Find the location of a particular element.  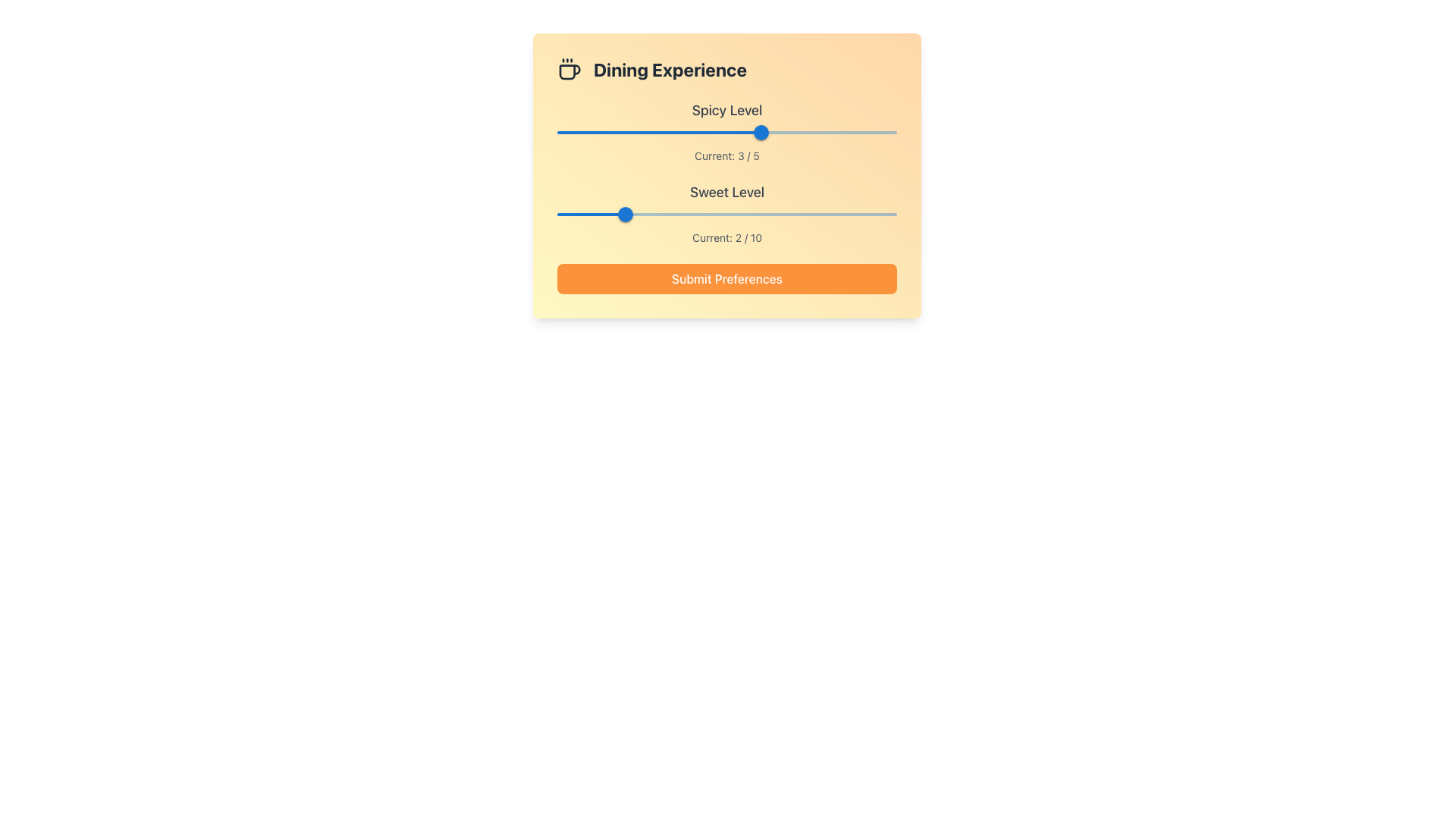

slider is located at coordinates (631, 214).